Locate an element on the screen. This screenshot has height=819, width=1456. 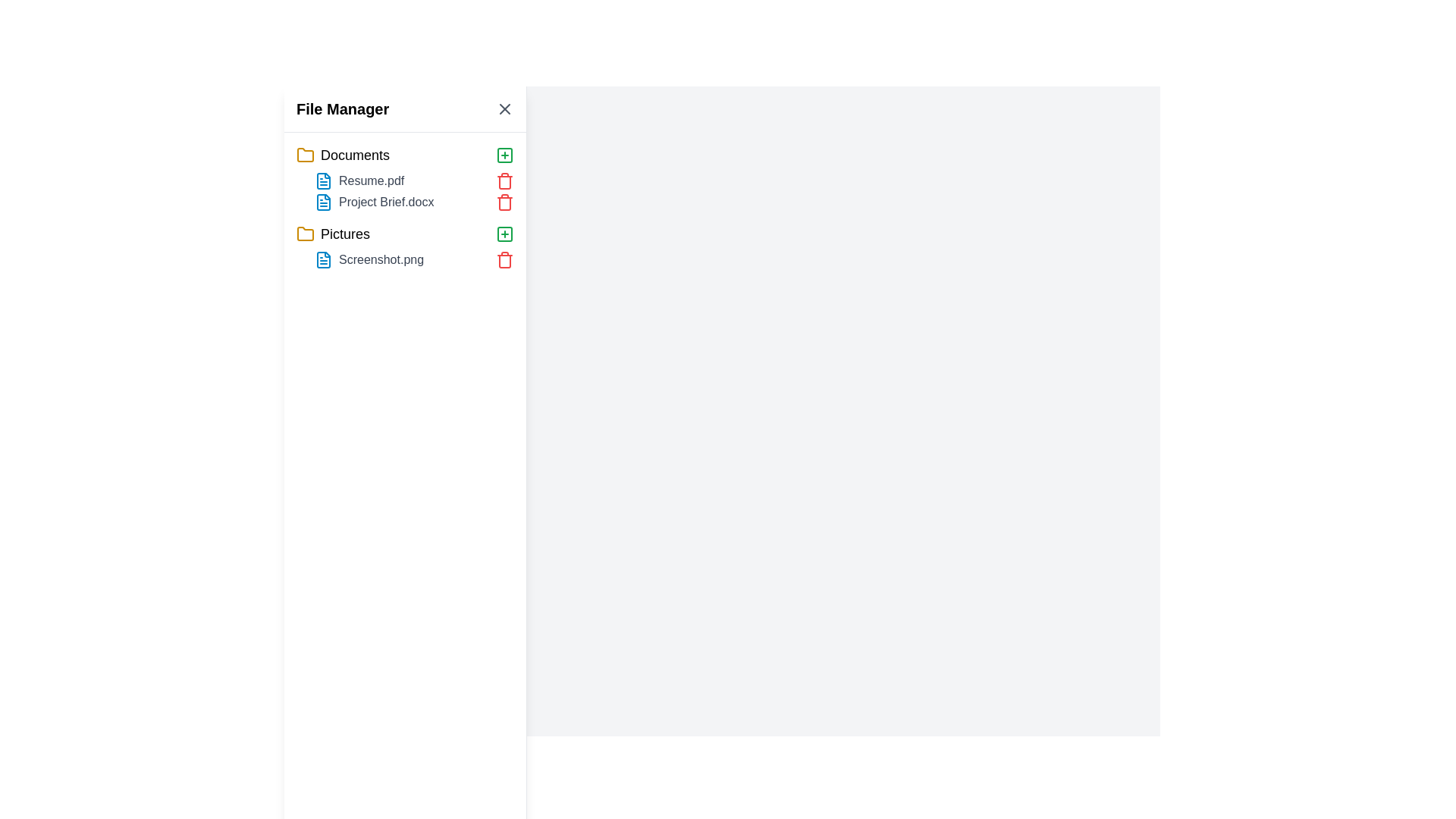
the Interactive Add Button, which is a square icon with a green border and a plus symbol, located near the right side of the 'Documents' text is located at coordinates (505, 155).